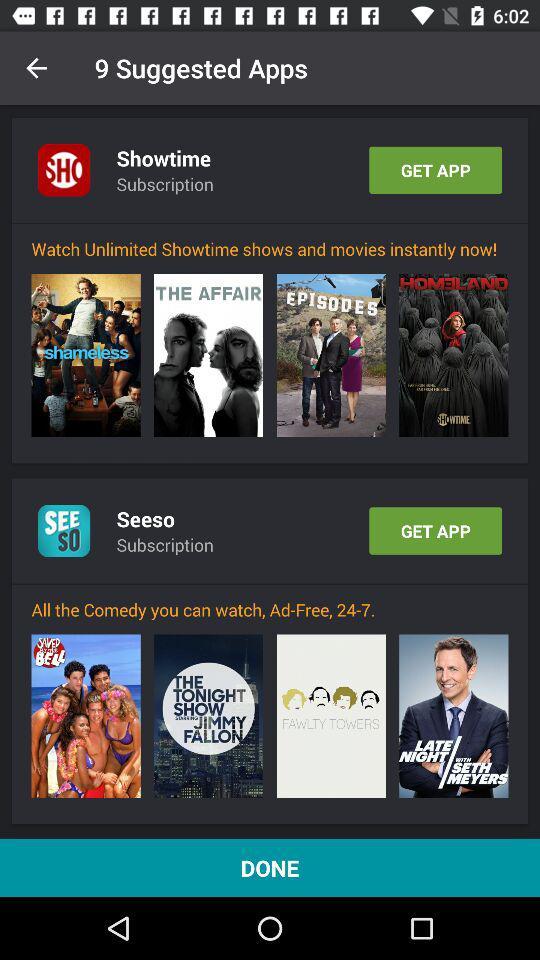 The height and width of the screenshot is (960, 540). What do you see at coordinates (270, 608) in the screenshot?
I see `all the comedy item` at bounding box center [270, 608].